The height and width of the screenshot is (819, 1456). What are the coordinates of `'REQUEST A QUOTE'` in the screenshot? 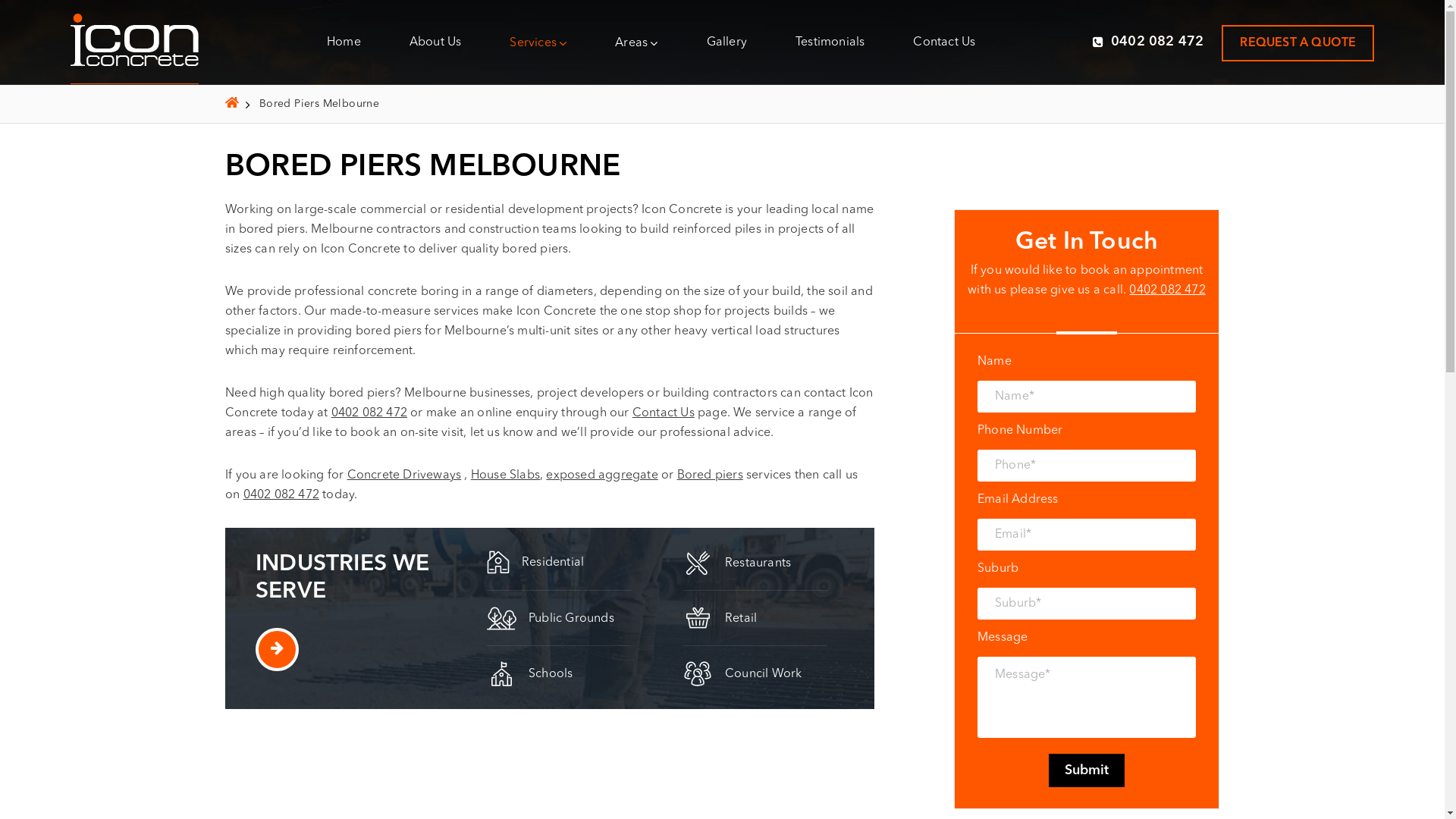 It's located at (1297, 42).